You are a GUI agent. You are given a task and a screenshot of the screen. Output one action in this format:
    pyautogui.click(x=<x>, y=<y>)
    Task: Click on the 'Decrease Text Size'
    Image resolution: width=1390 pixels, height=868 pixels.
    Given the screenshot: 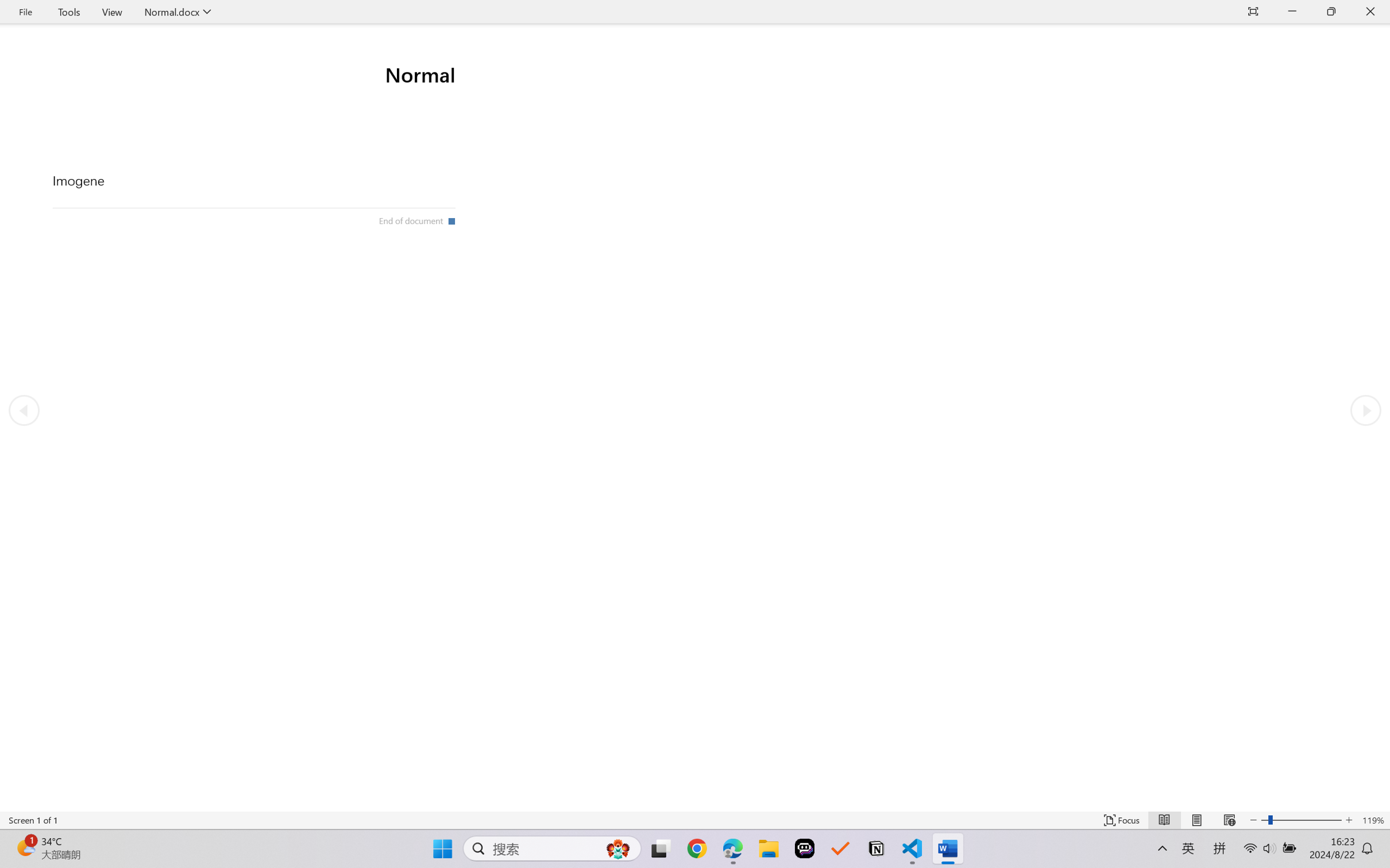 What is the action you would take?
    pyautogui.click(x=1253, y=820)
    